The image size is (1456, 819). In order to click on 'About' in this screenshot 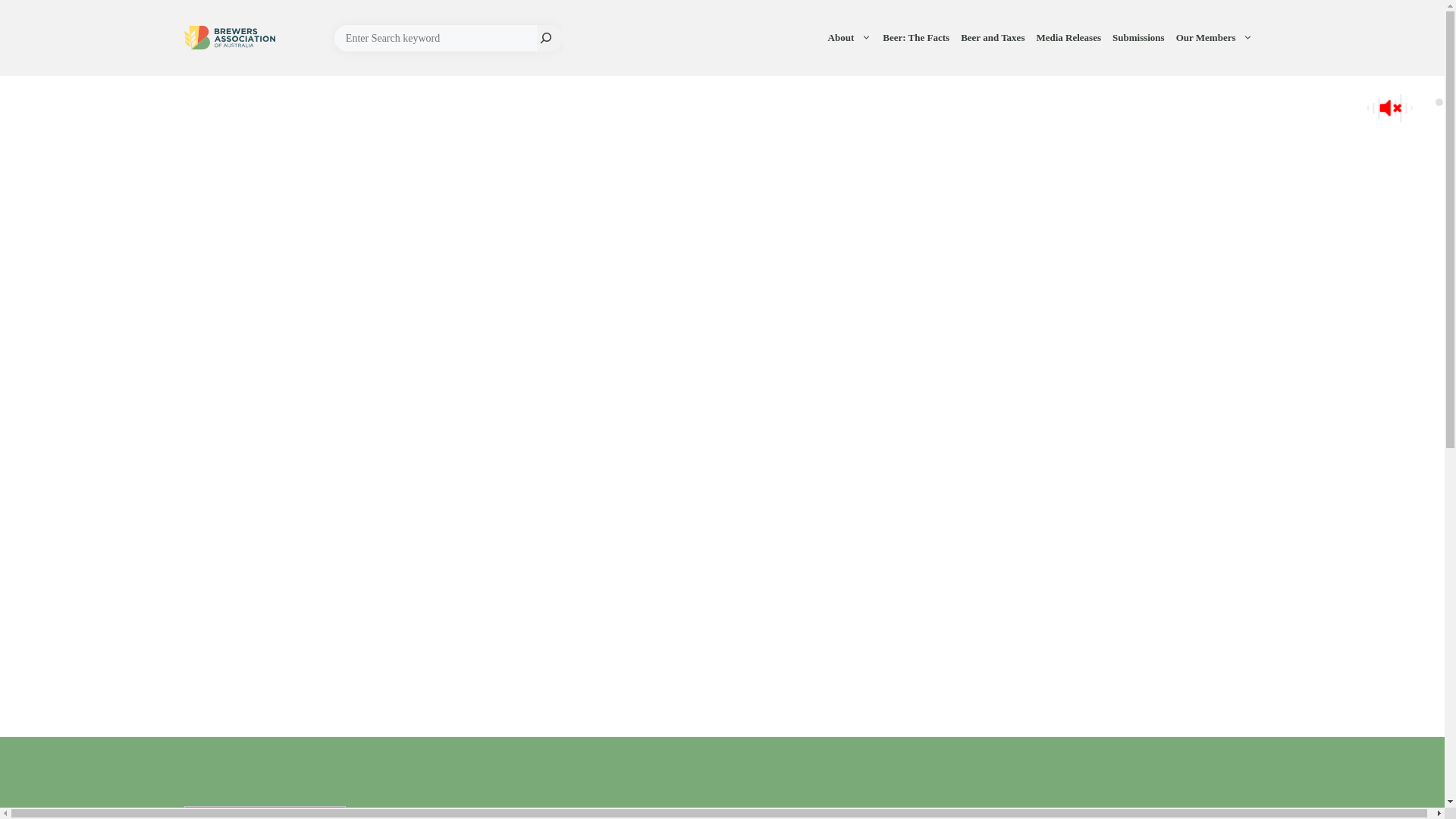, I will do `click(852, 37)`.